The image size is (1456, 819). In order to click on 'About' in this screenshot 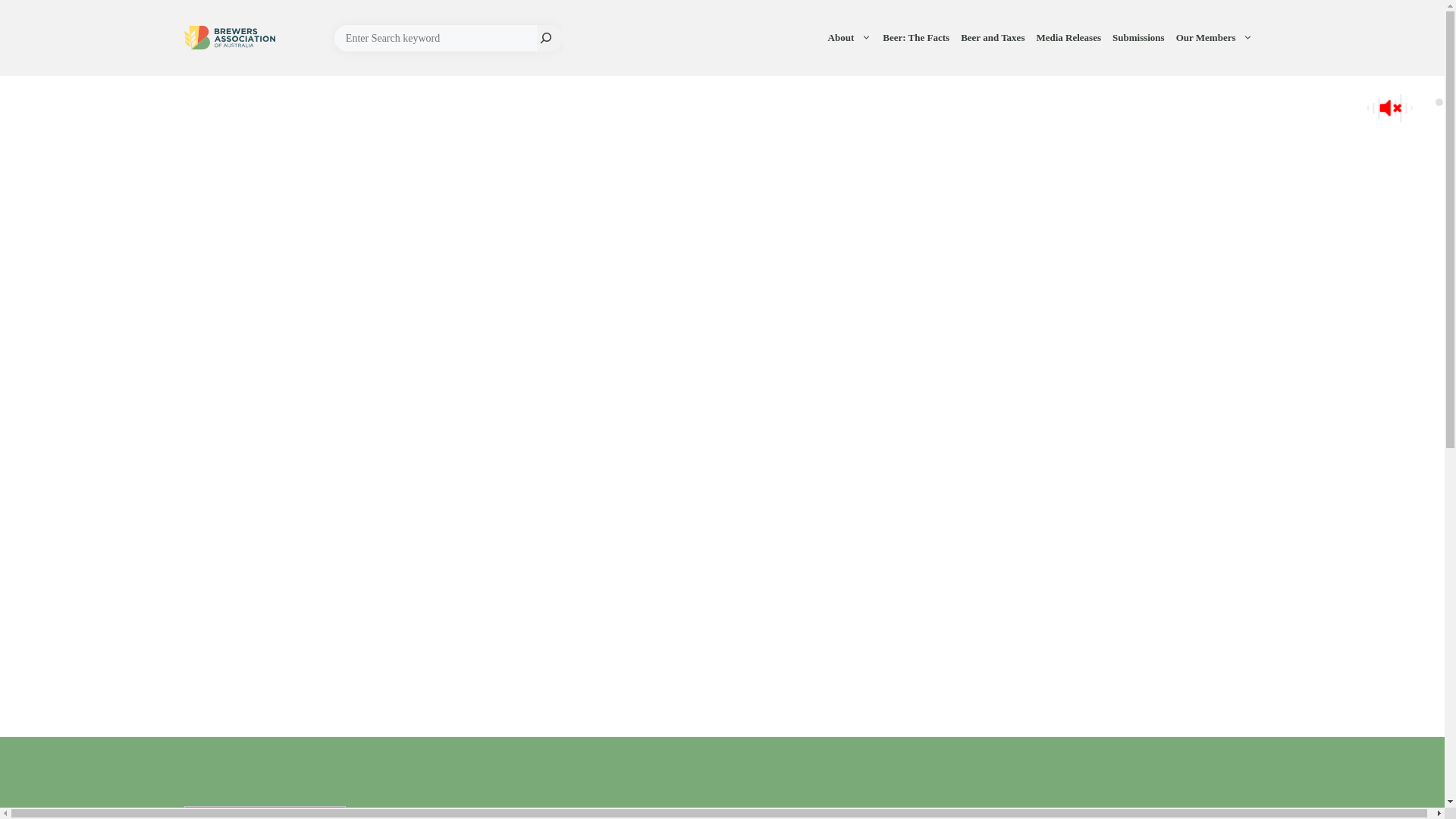, I will do `click(852, 37)`.